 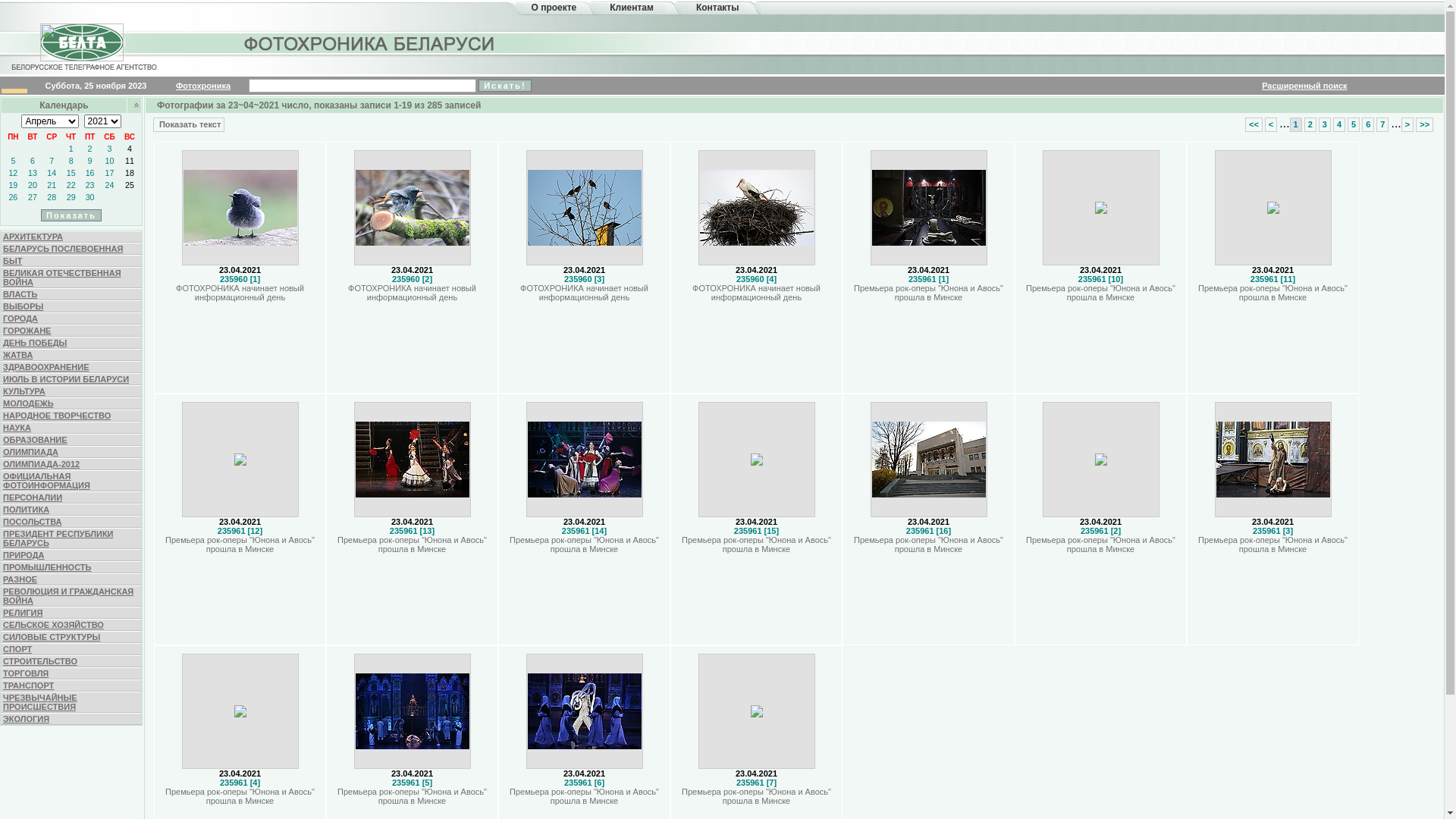 I want to click on '16', so click(x=89, y=171).